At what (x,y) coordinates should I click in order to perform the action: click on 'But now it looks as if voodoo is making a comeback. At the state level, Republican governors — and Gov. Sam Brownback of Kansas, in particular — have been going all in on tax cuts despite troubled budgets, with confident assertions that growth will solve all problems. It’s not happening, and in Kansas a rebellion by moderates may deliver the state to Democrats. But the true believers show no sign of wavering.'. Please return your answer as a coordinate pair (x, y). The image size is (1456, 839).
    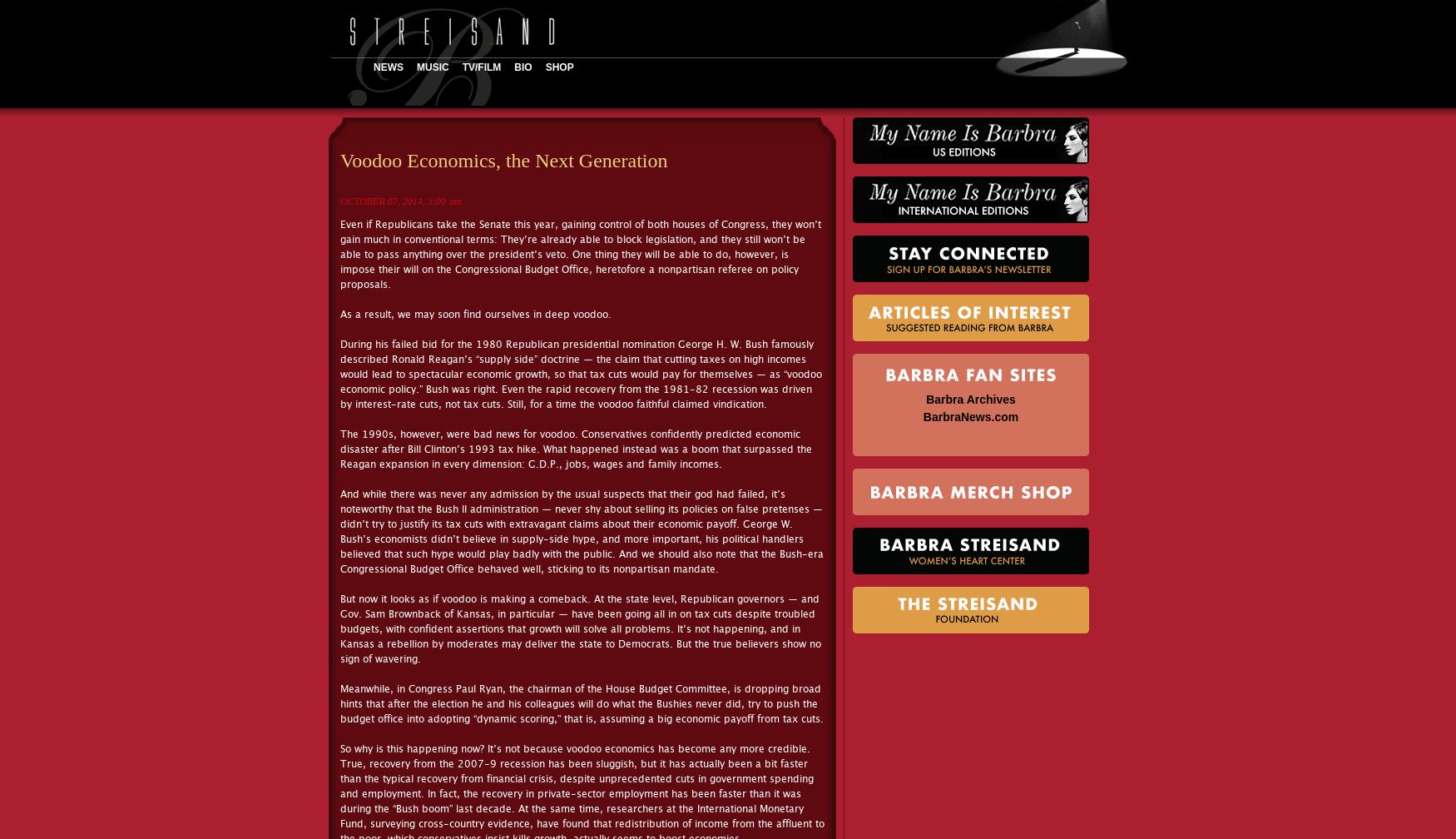
    Looking at the image, I should click on (581, 629).